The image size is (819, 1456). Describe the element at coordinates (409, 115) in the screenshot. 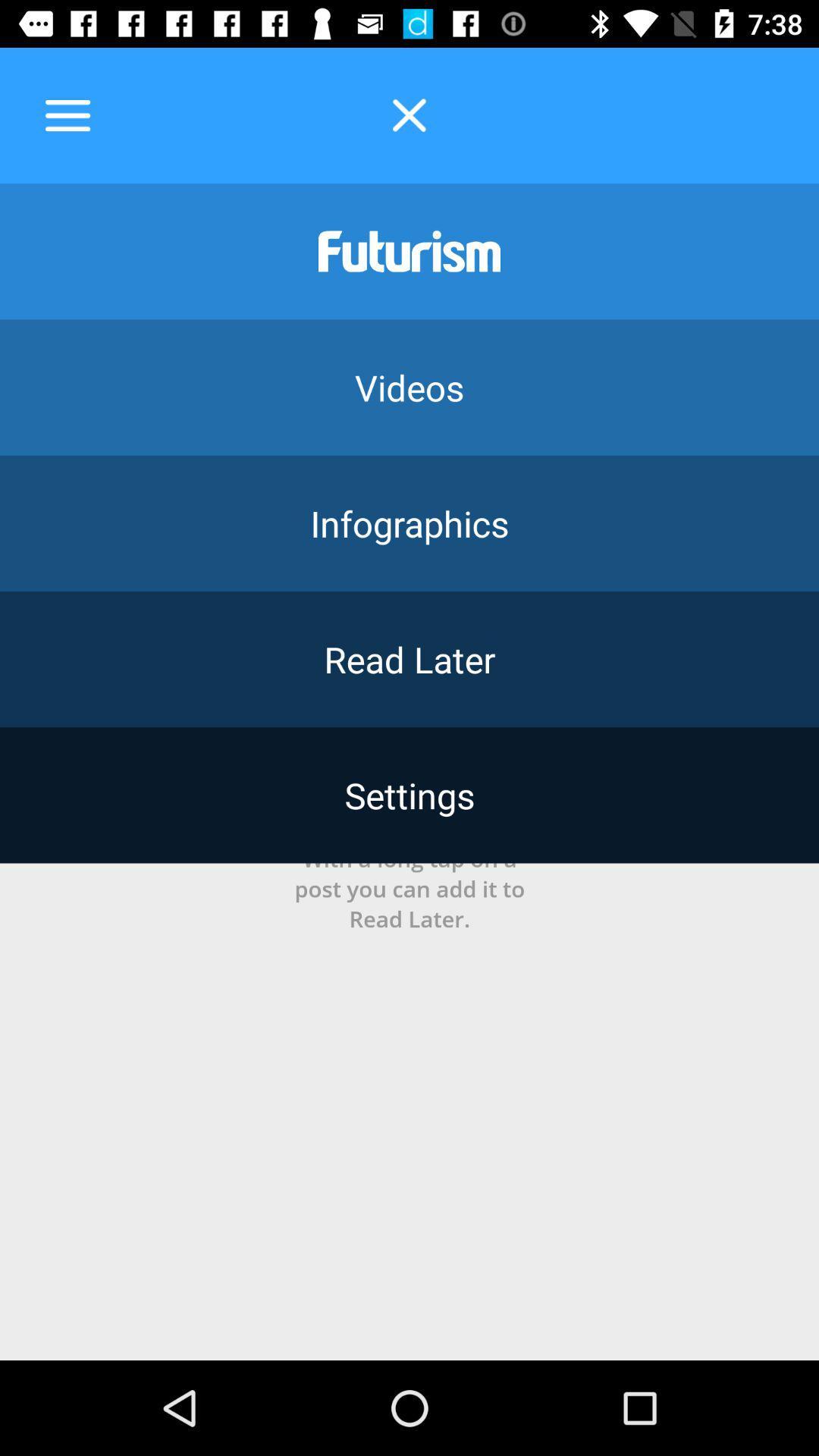

I see `the close icon` at that location.